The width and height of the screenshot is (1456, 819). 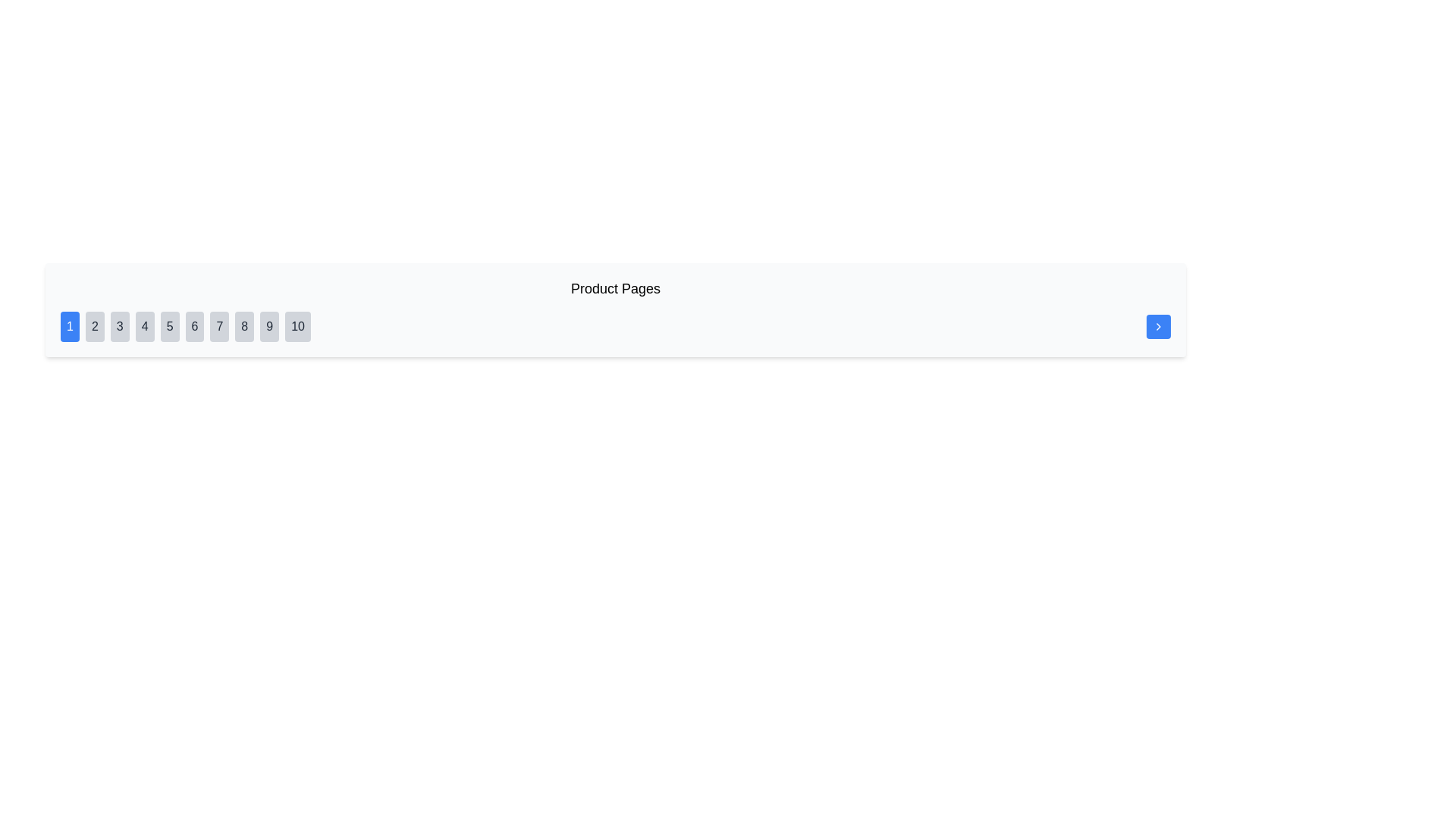 I want to click on the fourth button displaying the number '4', which is a rectangular button with rounded corners, so click(x=145, y=326).